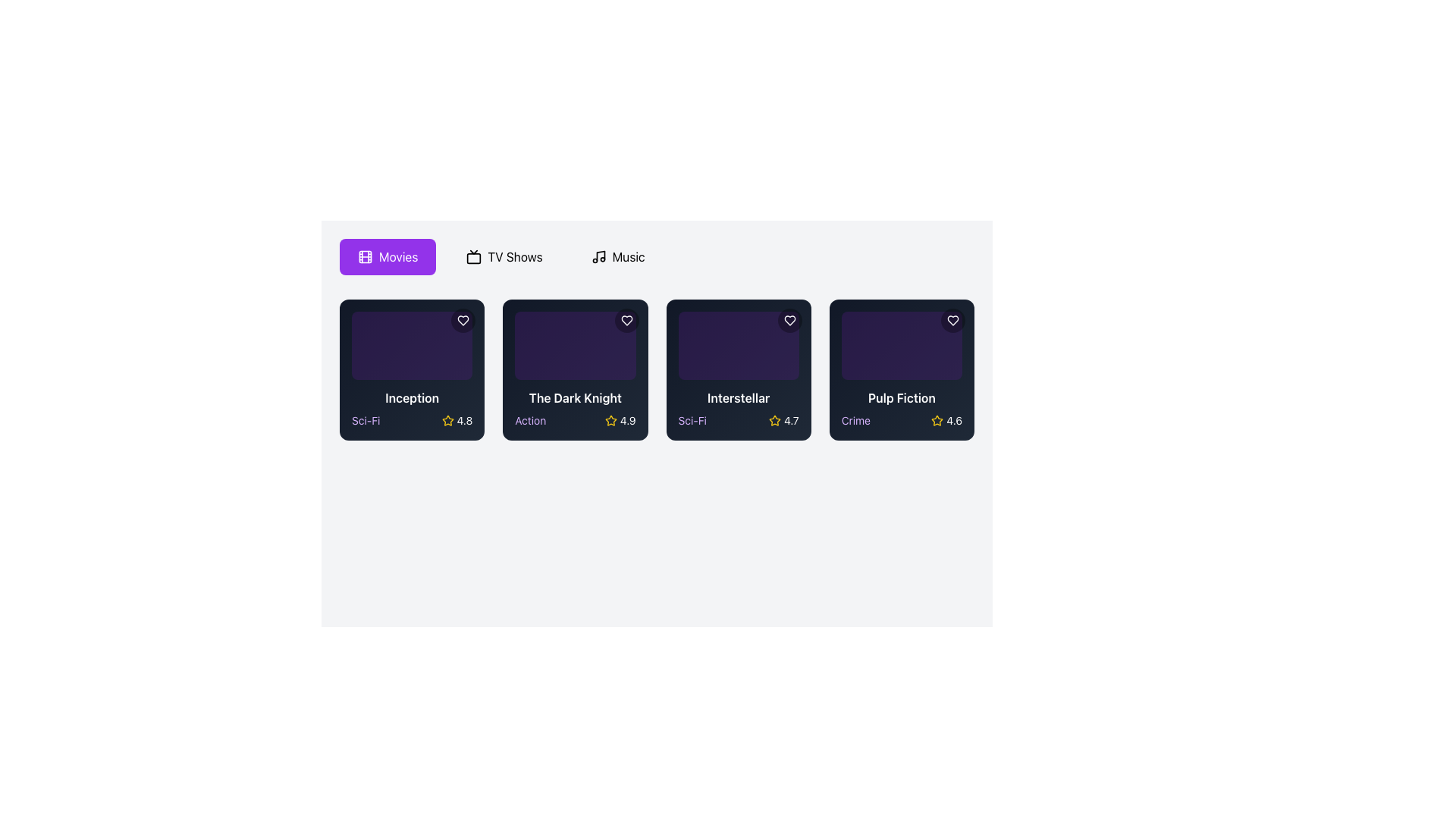 This screenshot has height=819, width=1456. I want to click on the favorite button for the movie 'The Dark Knight' located at the top-right corner of its card, so click(626, 320).